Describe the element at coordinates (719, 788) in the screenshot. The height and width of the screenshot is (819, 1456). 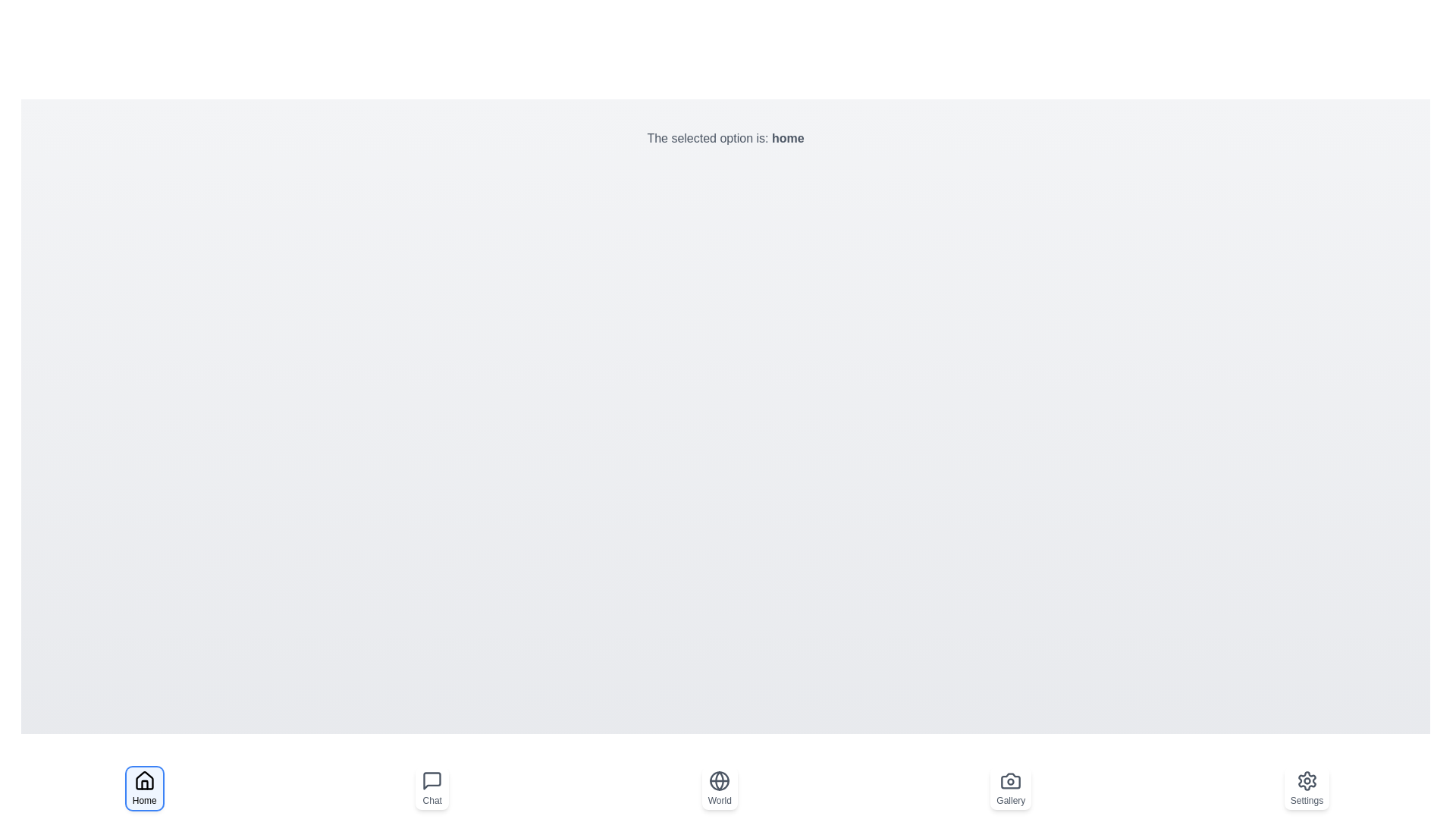
I see `the button labeled World to observe the hover effect` at that location.